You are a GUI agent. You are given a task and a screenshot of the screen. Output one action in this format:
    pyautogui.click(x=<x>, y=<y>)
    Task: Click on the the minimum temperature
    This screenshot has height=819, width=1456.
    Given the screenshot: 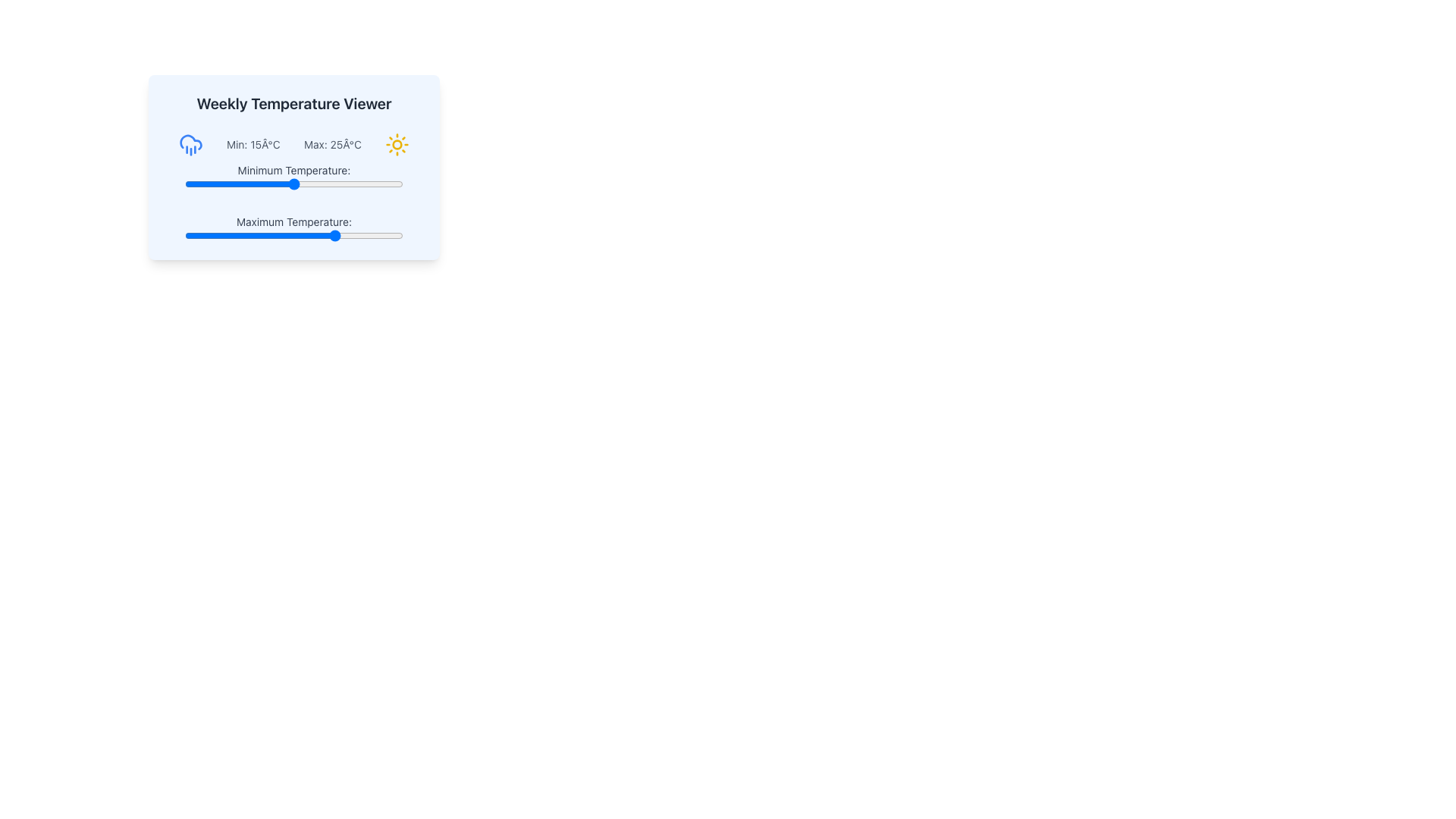 What is the action you would take?
    pyautogui.click(x=227, y=184)
    